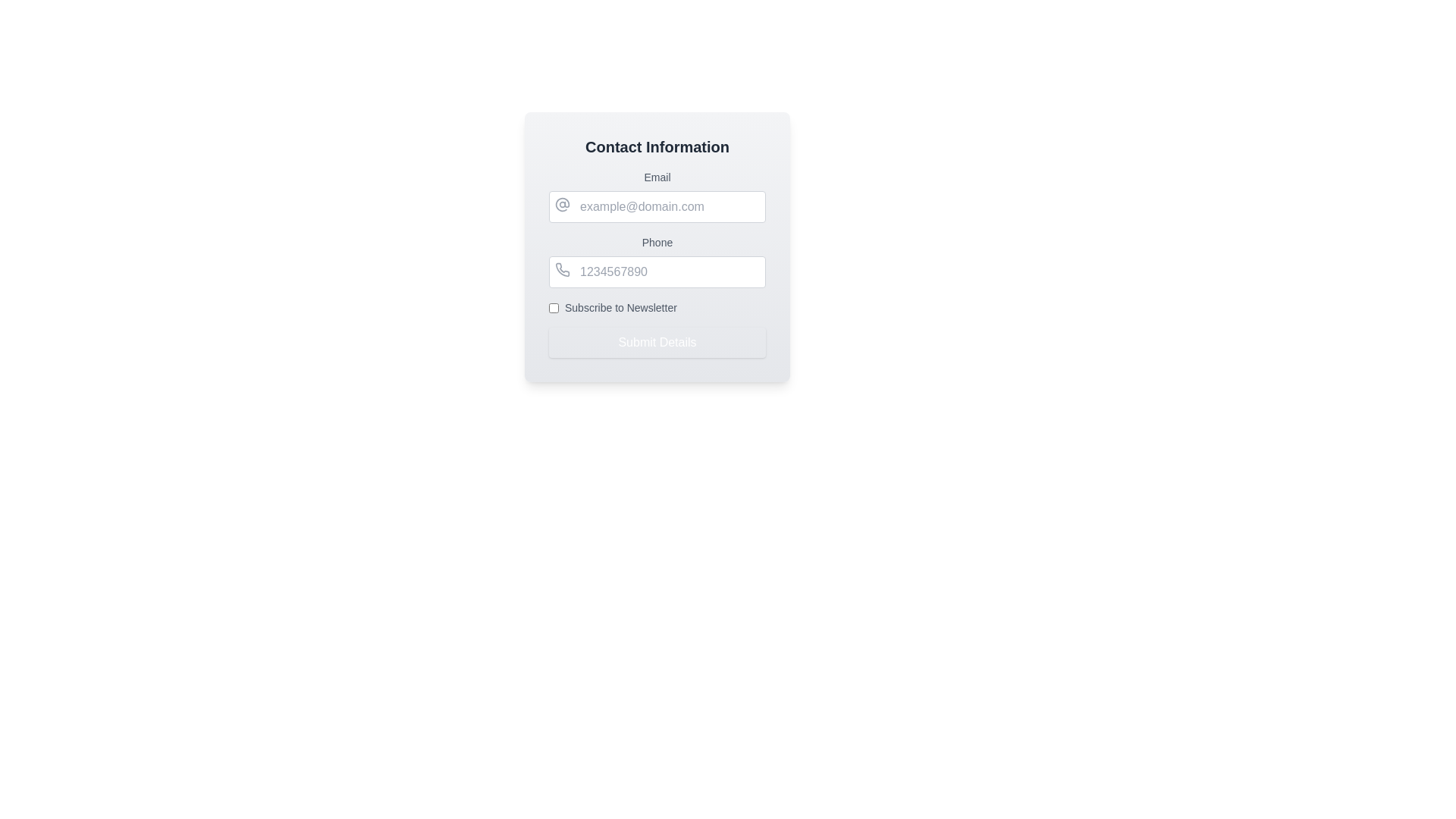 This screenshot has width=1456, height=819. Describe the element at coordinates (562, 268) in the screenshot. I see `the icon that visually communicates the purpose of the adjacent phone input field, located next to the 'Phone' input box` at that location.